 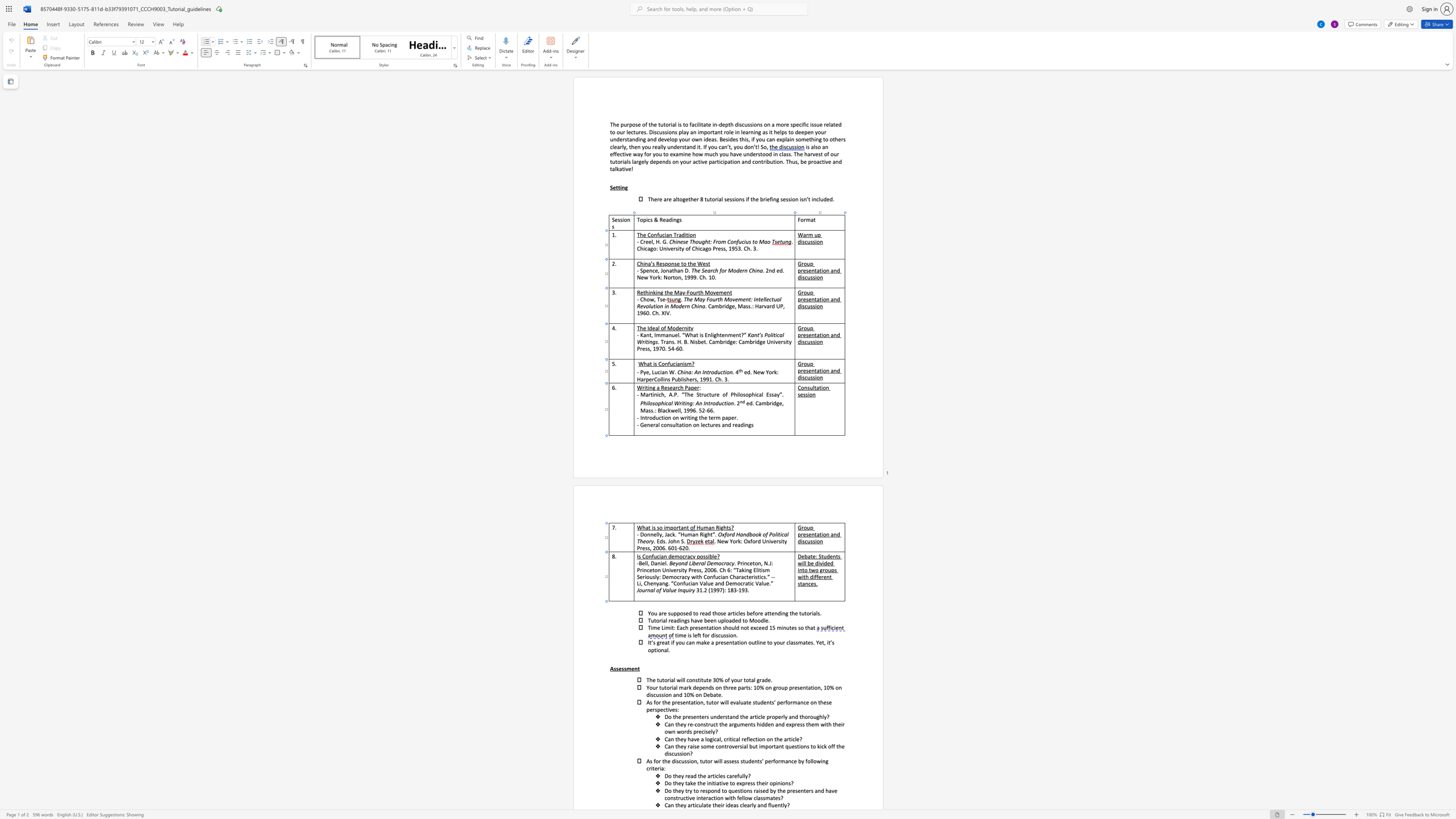 What do you see at coordinates (708, 635) in the screenshot?
I see `the 1th character "r" in the text` at bounding box center [708, 635].